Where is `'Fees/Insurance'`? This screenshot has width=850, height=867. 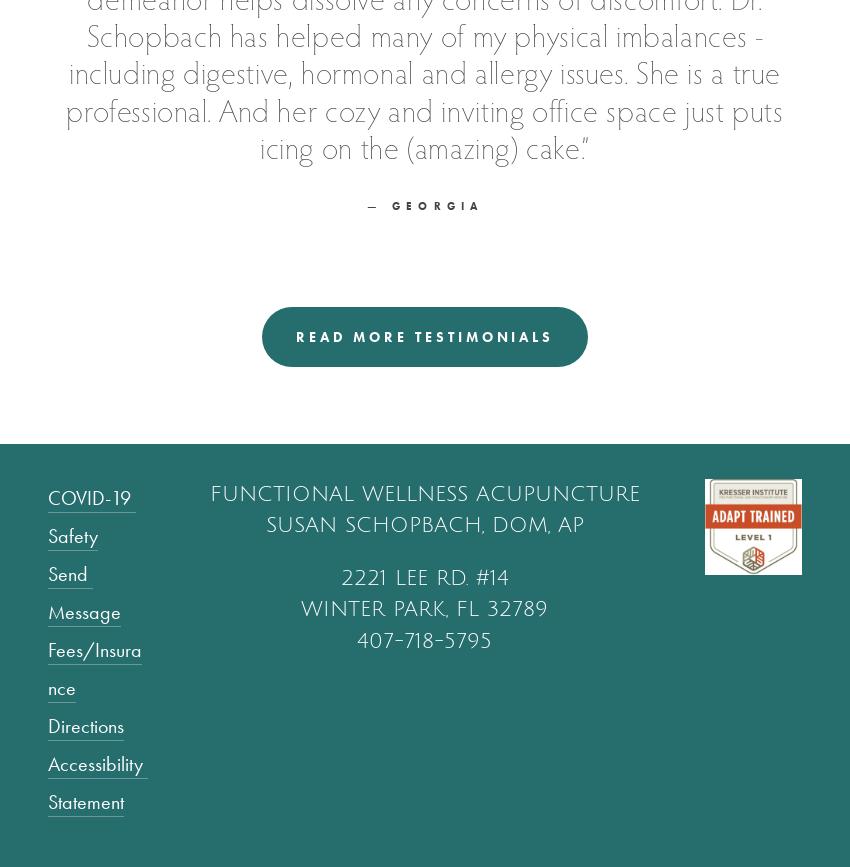 'Fees/Insurance' is located at coordinates (94, 667).